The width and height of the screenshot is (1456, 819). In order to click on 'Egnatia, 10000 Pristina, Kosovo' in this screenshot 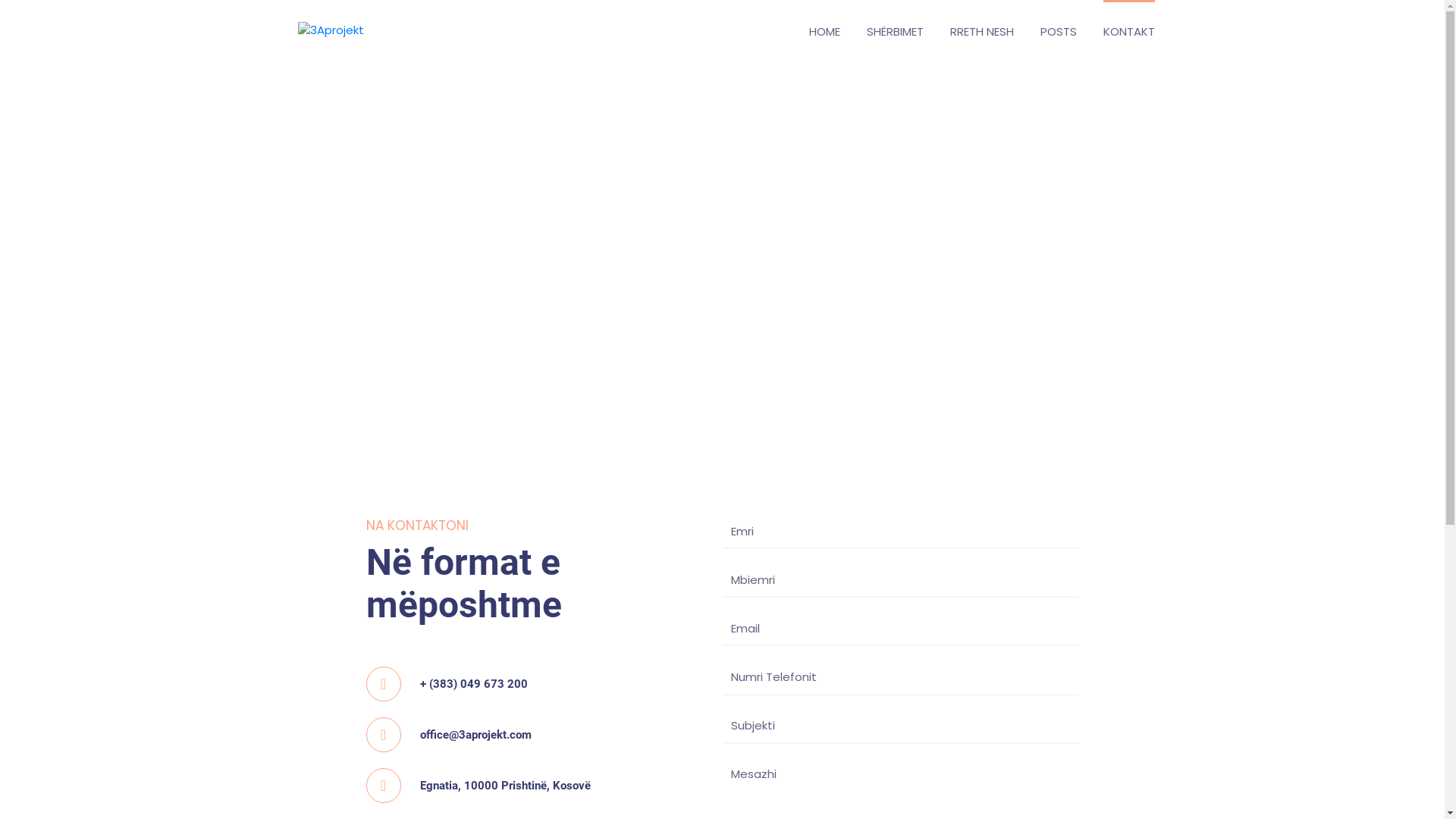, I will do `click(721, 288)`.